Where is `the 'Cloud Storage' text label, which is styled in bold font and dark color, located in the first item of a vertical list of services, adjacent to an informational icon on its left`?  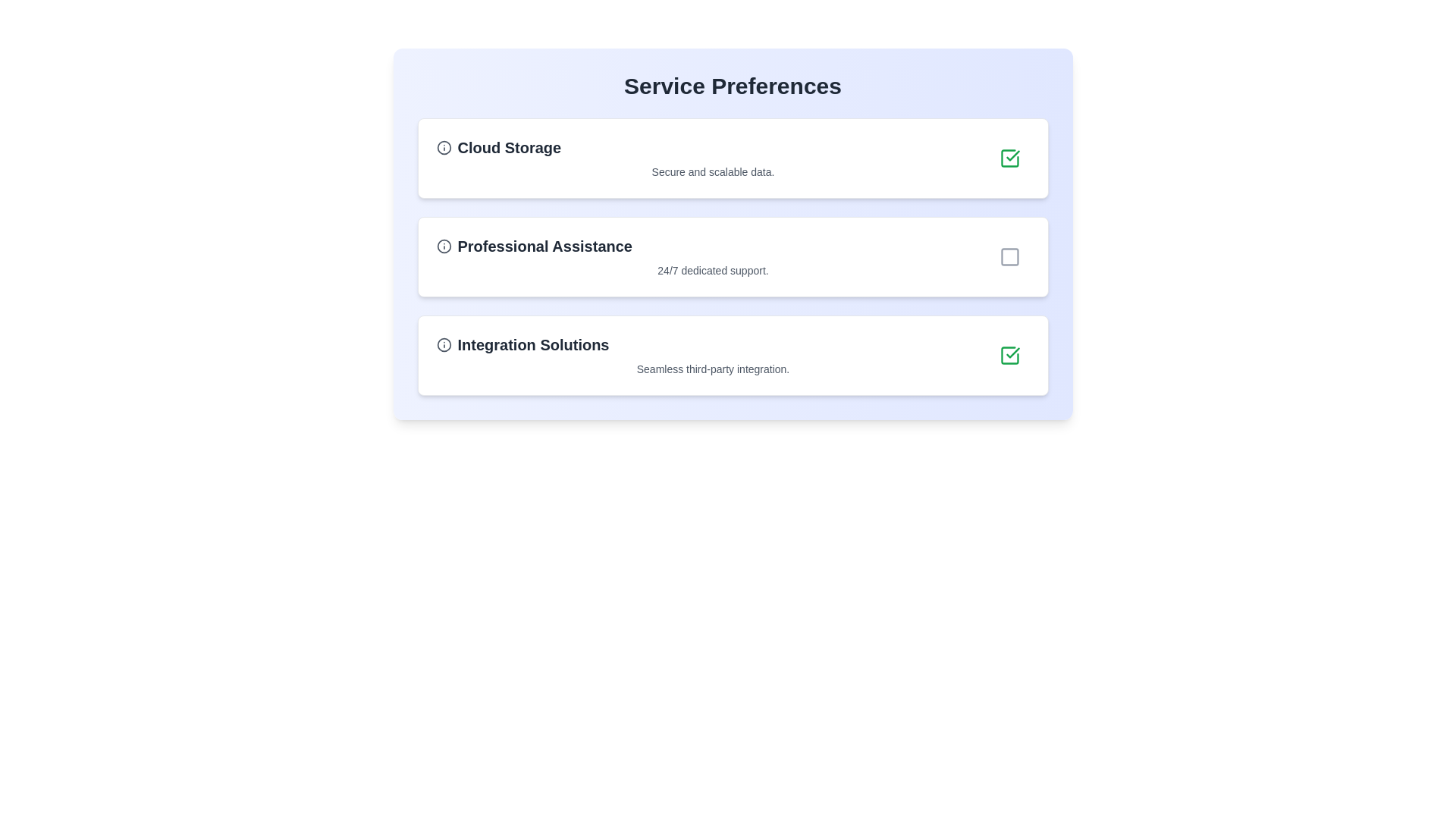 the 'Cloud Storage' text label, which is styled in bold font and dark color, located in the first item of a vertical list of services, adjacent to an informational icon on its left is located at coordinates (509, 148).